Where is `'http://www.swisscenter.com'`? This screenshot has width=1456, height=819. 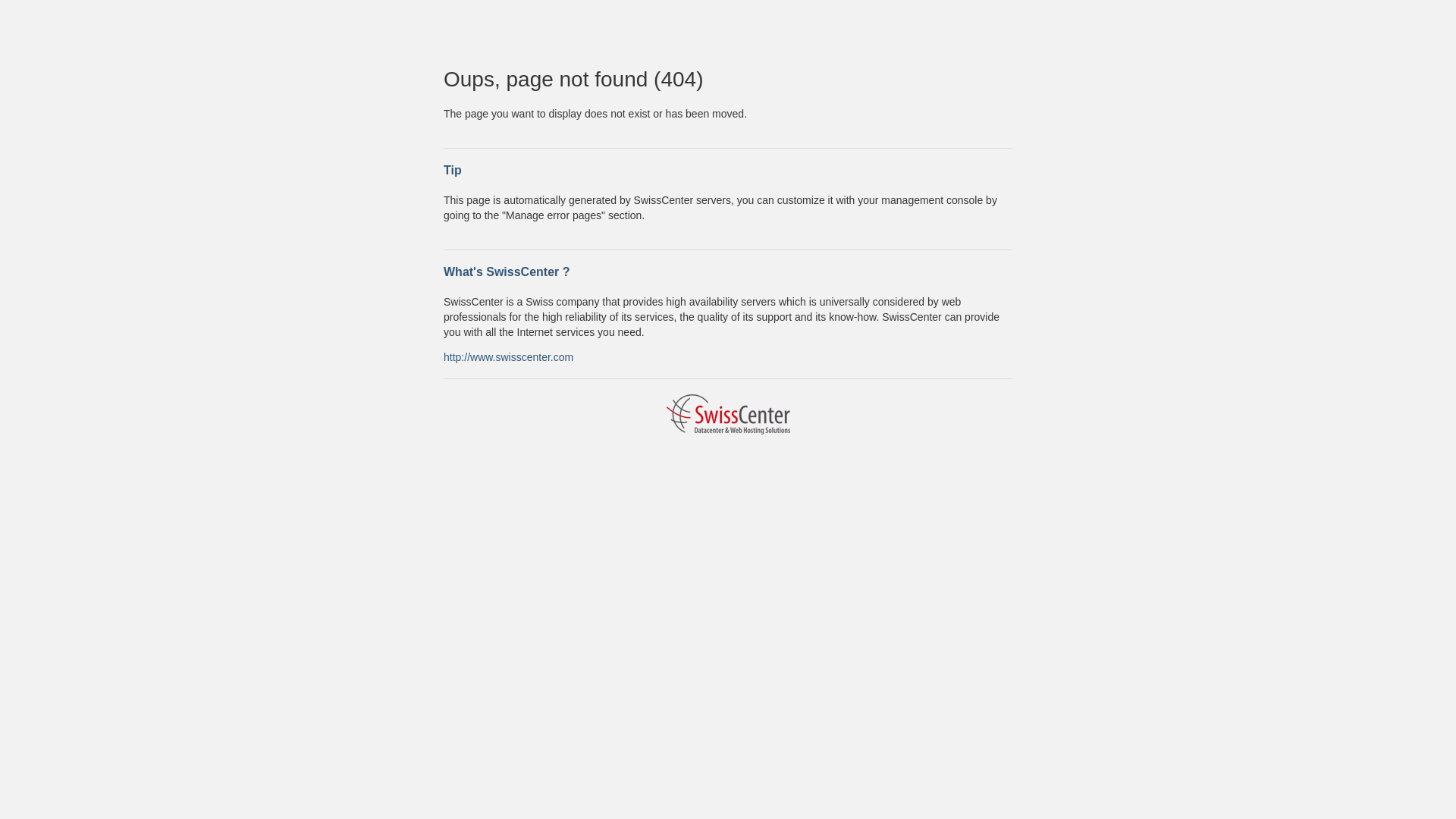 'http://www.swisscenter.com' is located at coordinates (508, 356).